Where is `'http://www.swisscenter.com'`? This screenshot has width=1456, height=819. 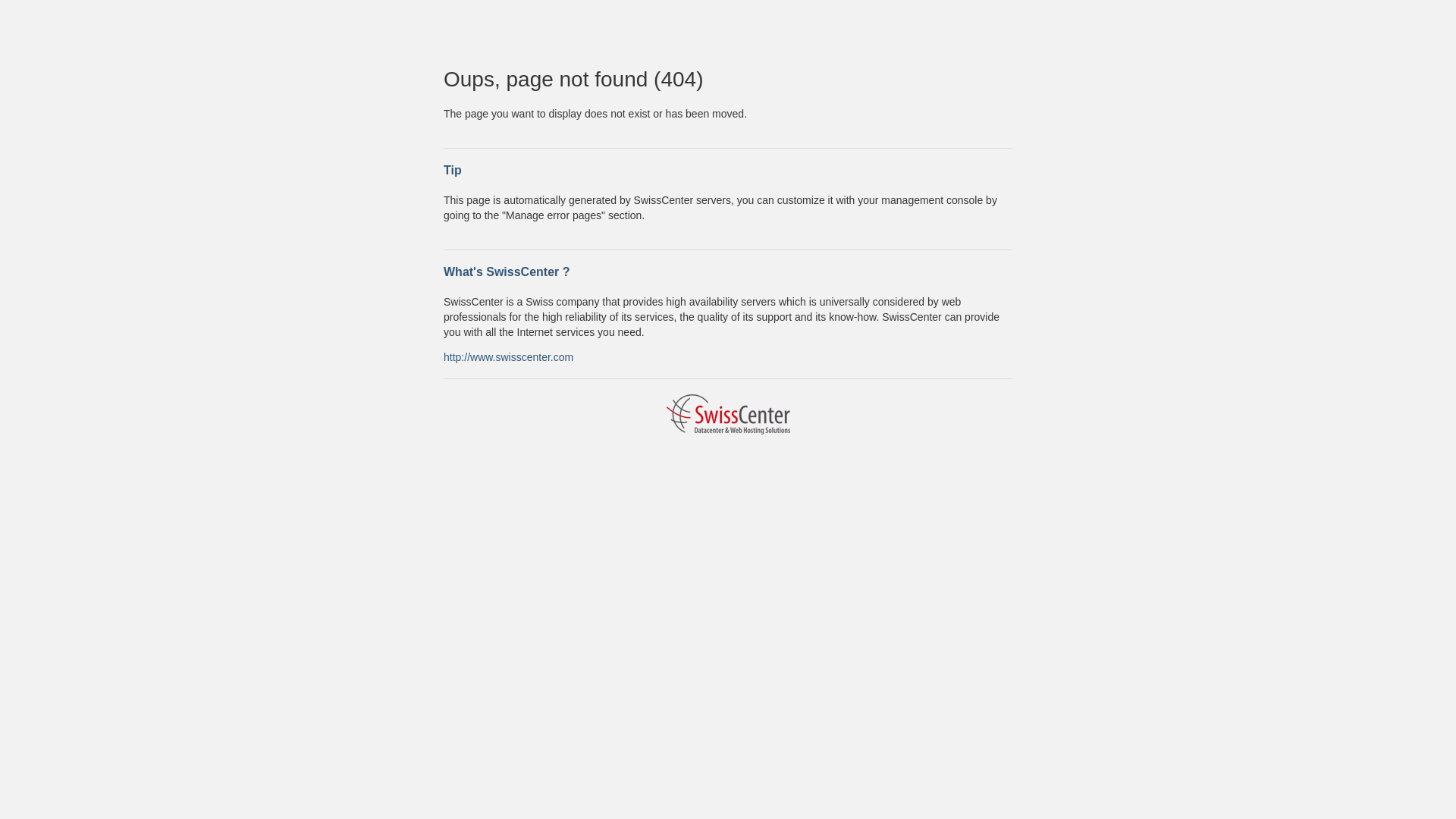 'http://www.swisscenter.com' is located at coordinates (508, 356).